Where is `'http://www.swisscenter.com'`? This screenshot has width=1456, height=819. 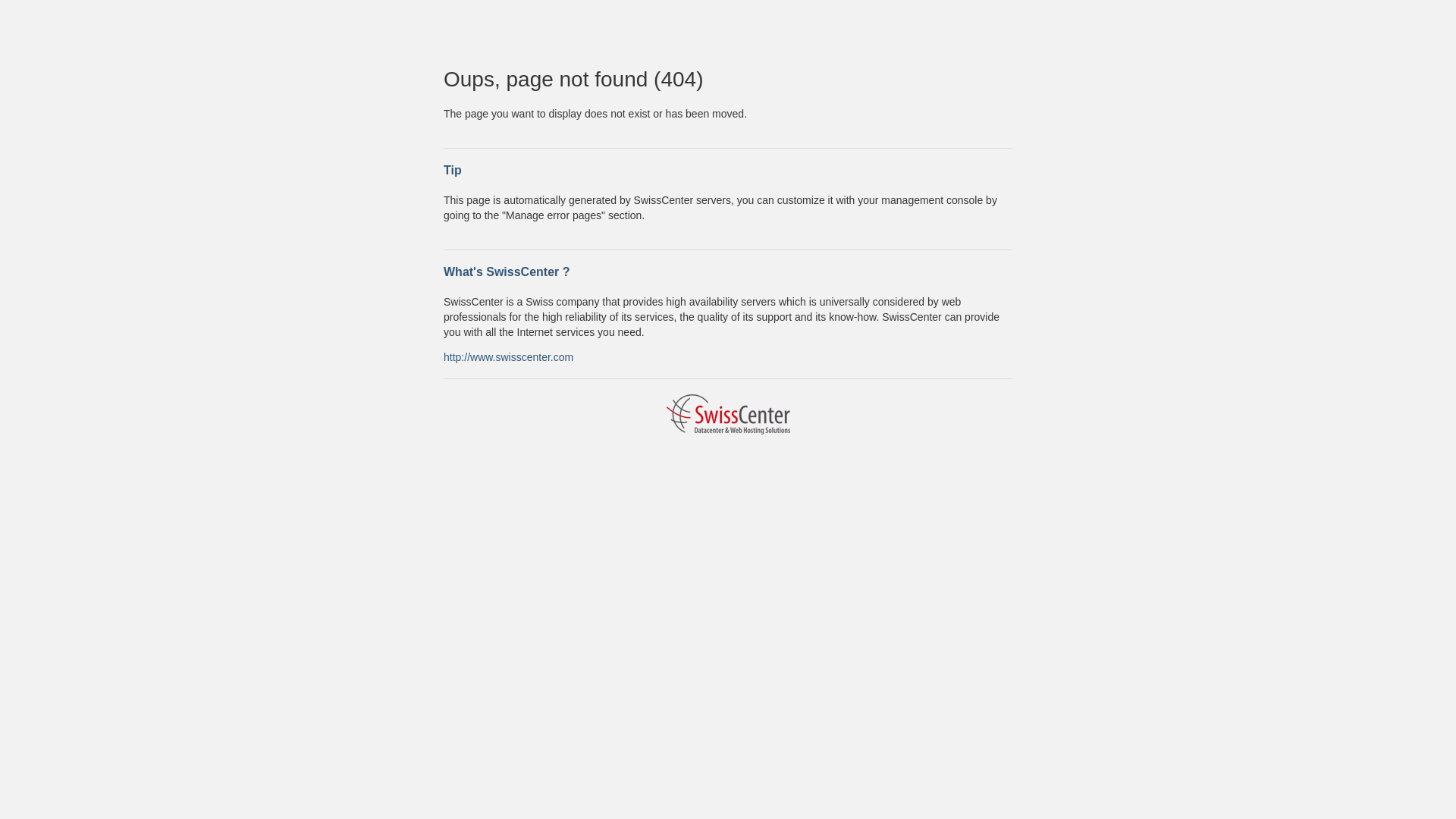 'http://www.swisscenter.com' is located at coordinates (508, 356).